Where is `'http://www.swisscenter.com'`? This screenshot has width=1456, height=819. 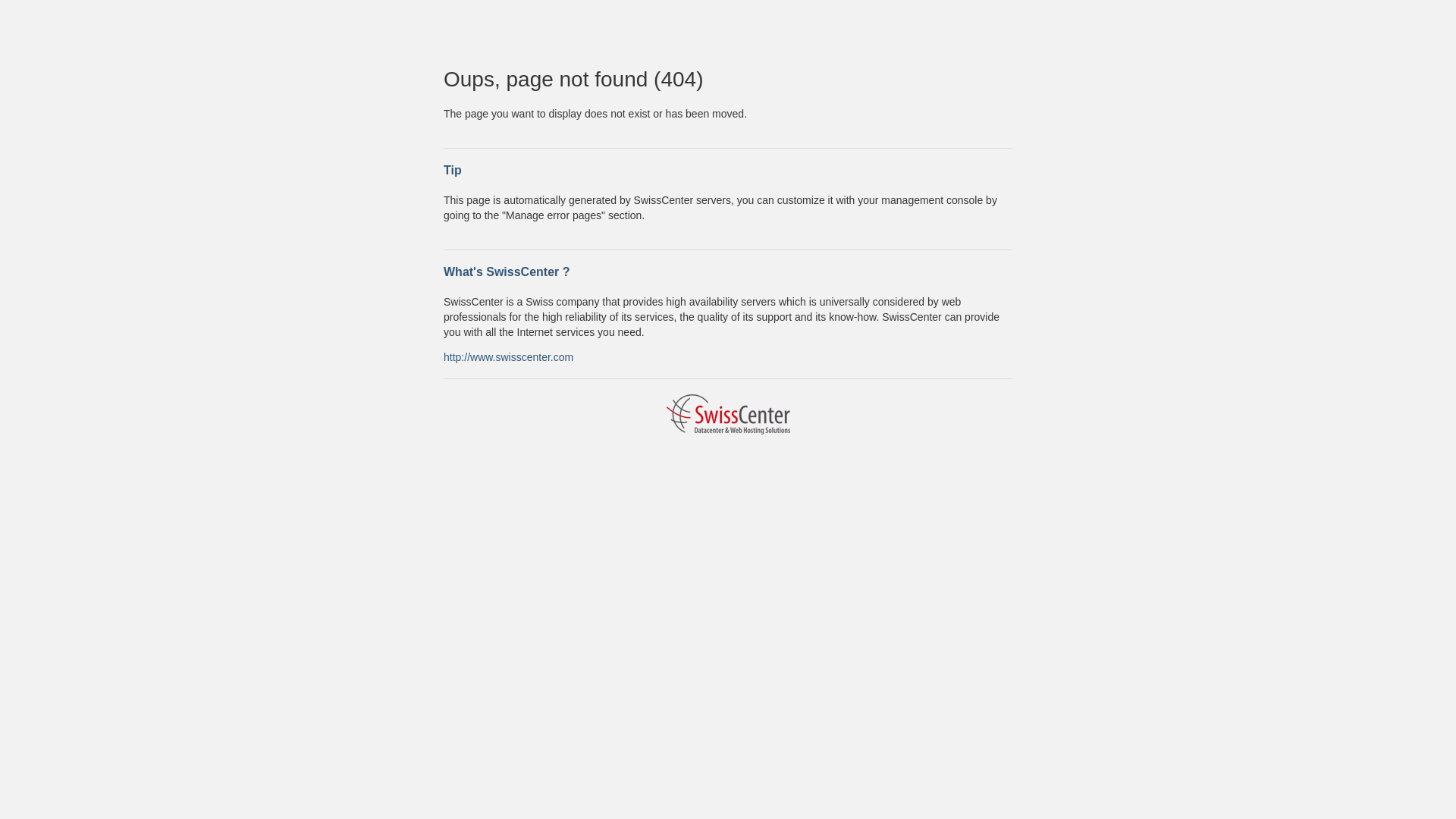 'http://www.swisscenter.com' is located at coordinates (508, 356).